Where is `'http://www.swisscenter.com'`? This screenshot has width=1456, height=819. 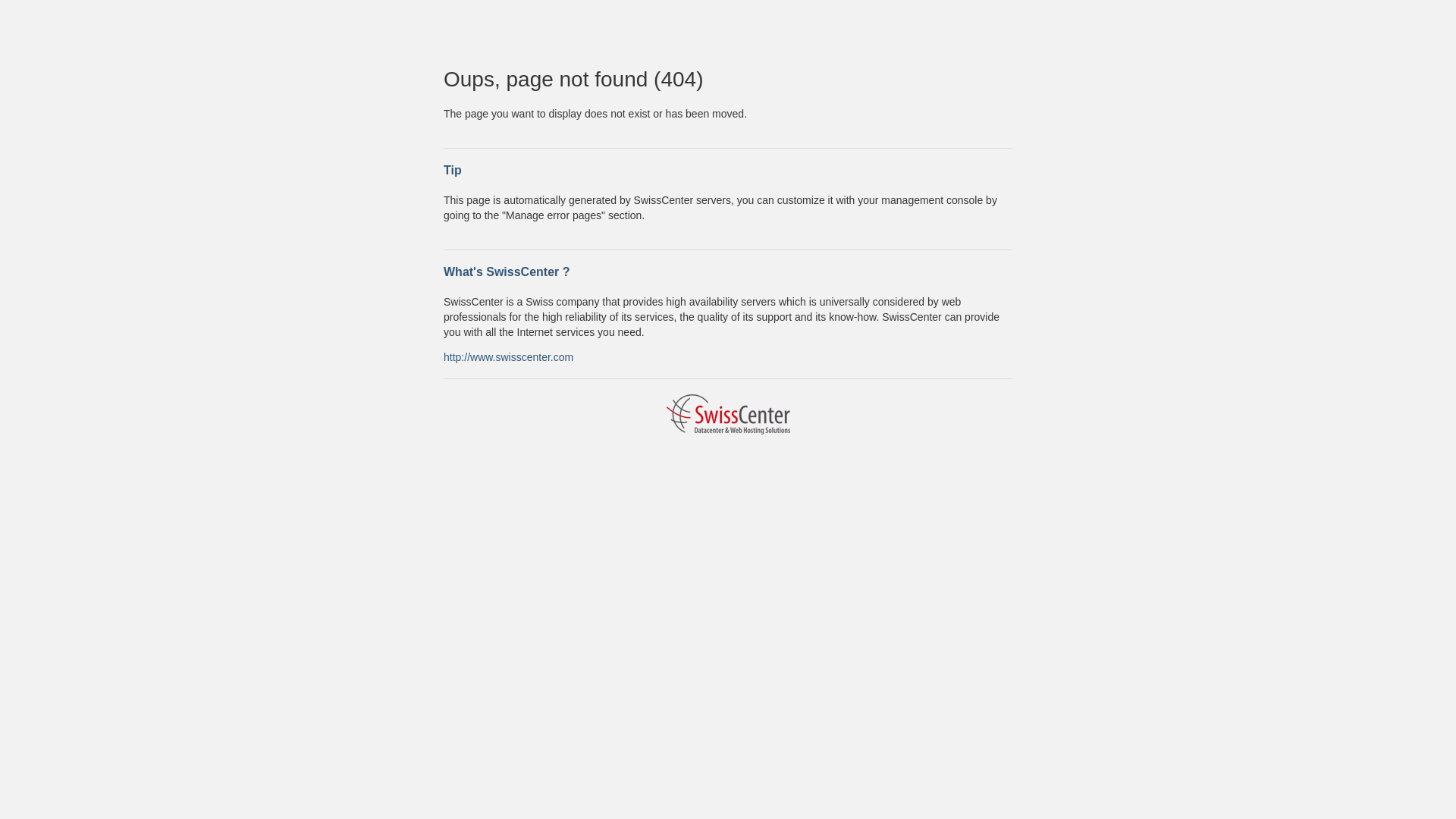 'http://www.swisscenter.com' is located at coordinates (508, 356).